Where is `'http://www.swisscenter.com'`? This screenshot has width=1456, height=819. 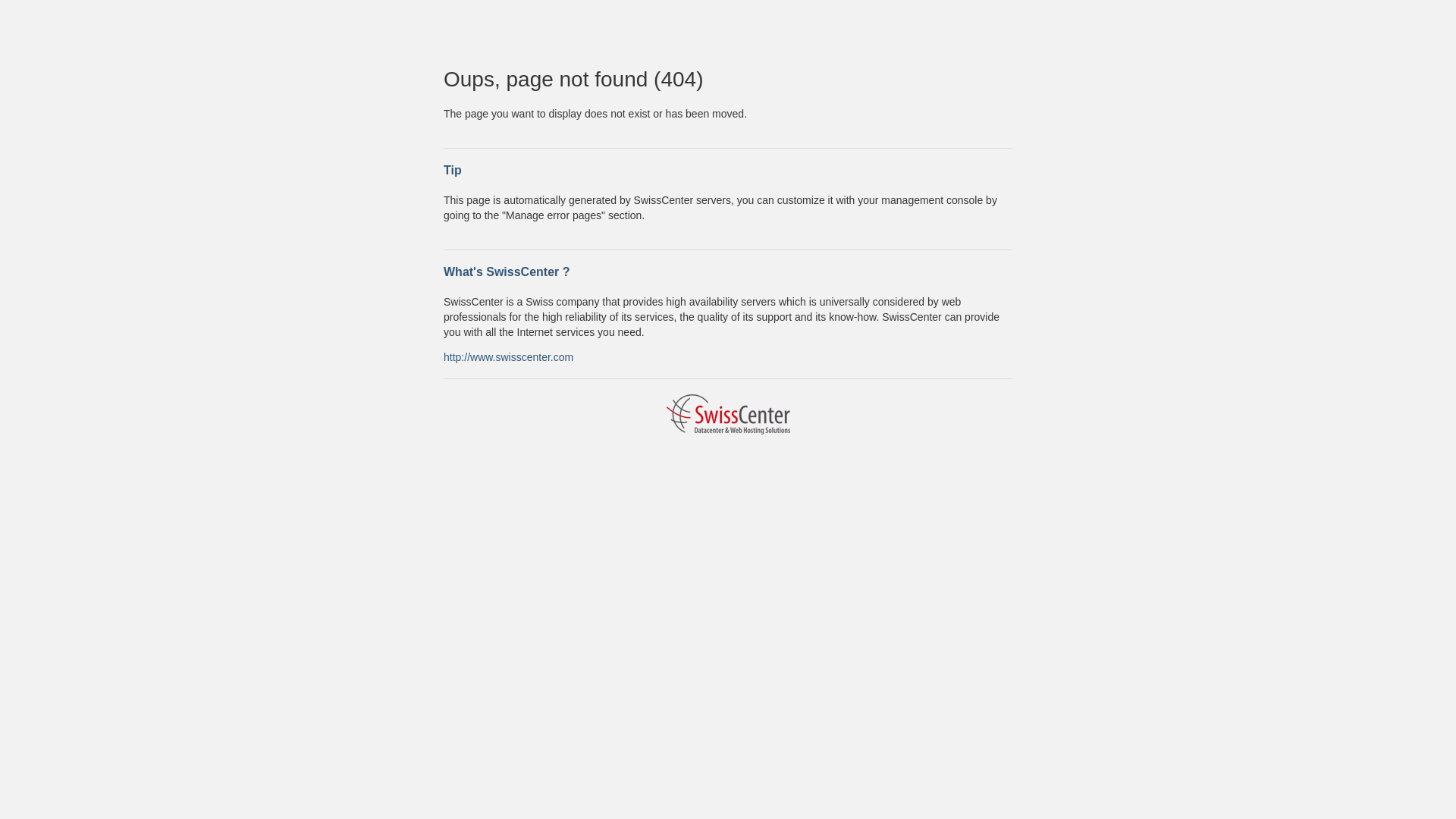 'http://www.swisscenter.com' is located at coordinates (508, 356).